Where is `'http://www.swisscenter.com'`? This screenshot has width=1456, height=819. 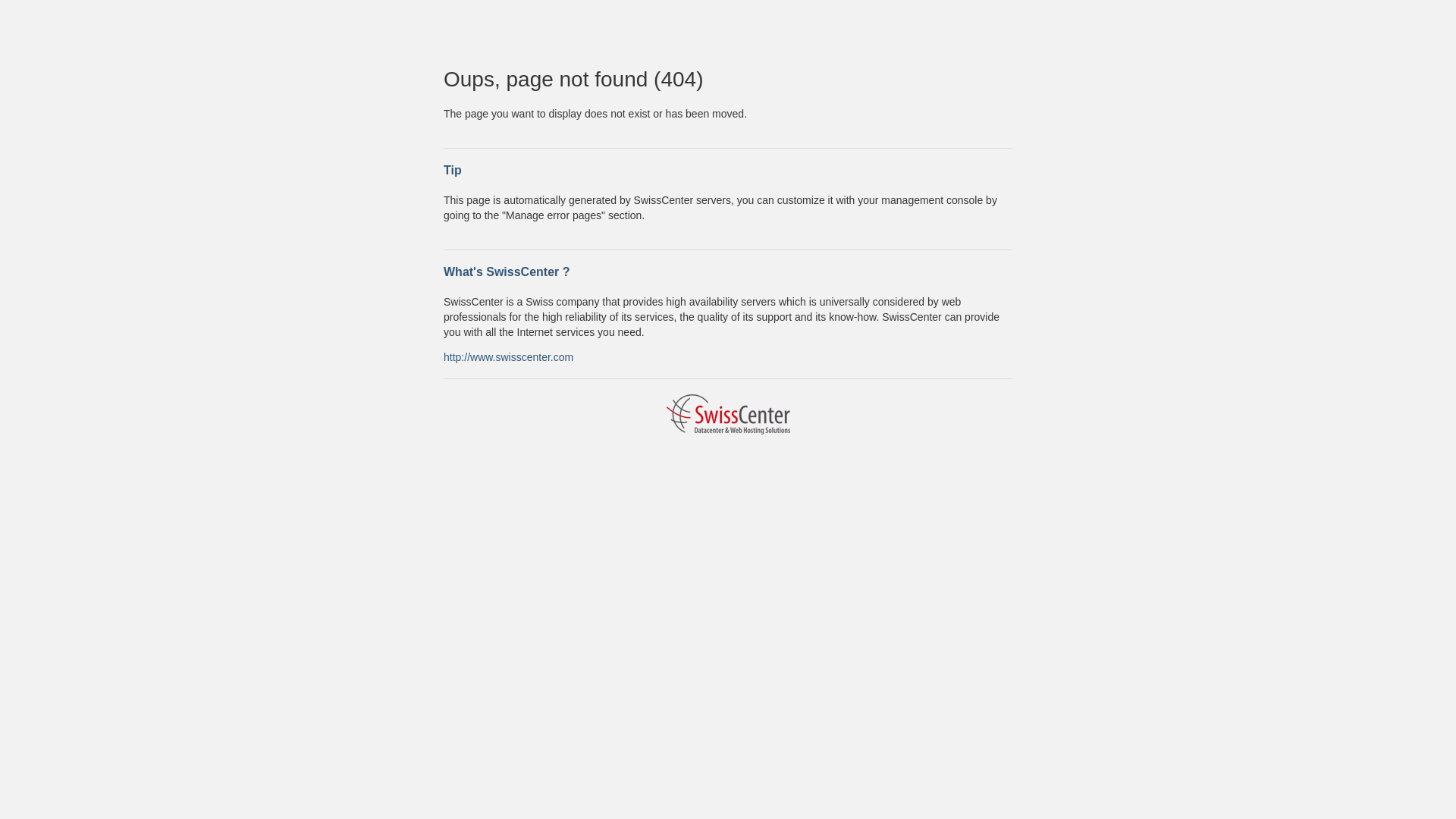 'http://www.swisscenter.com' is located at coordinates (508, 356).